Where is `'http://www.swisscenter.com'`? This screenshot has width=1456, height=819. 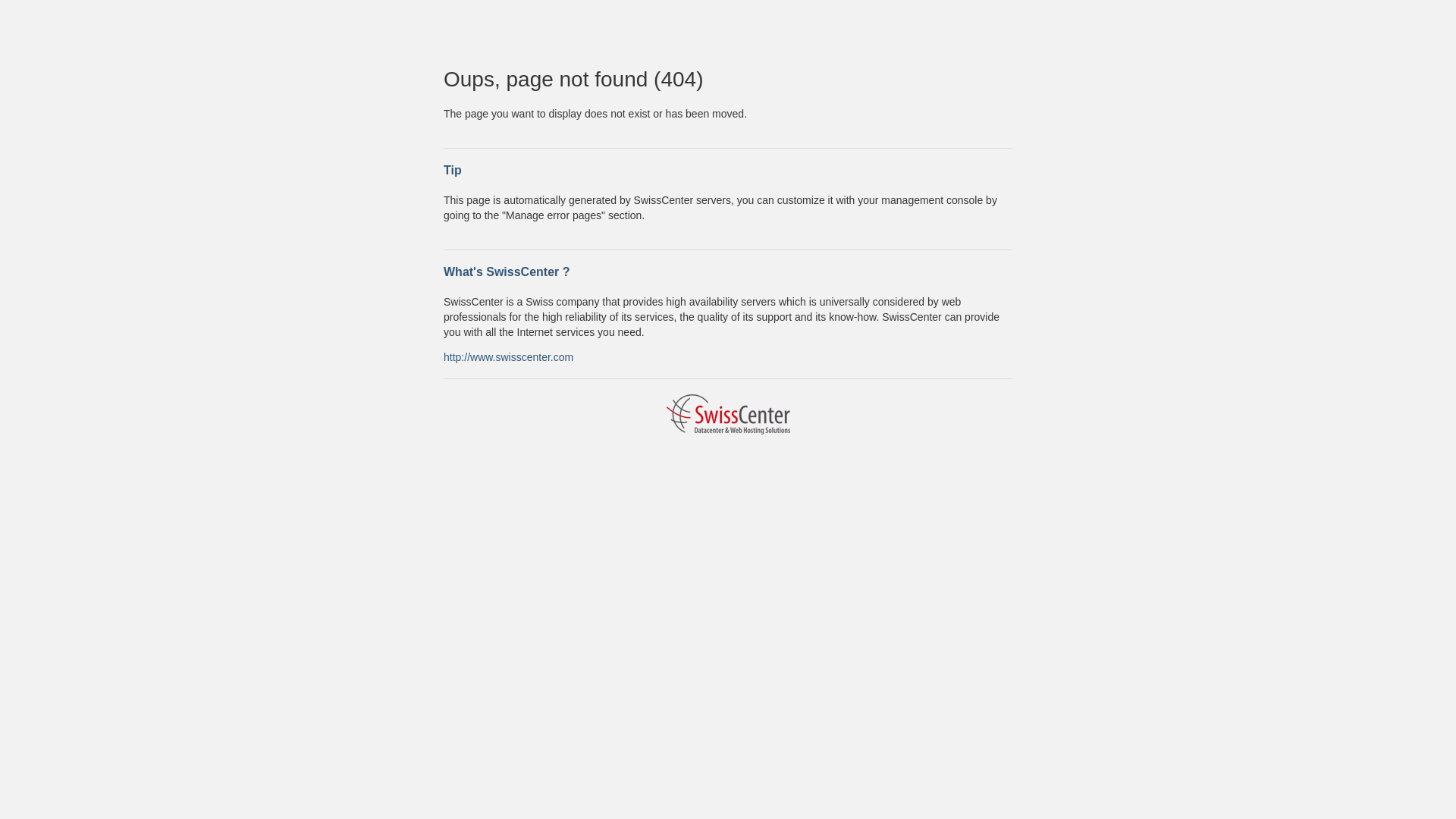 'http://www.swisscenter.com' is located at coordinates (508, 356).